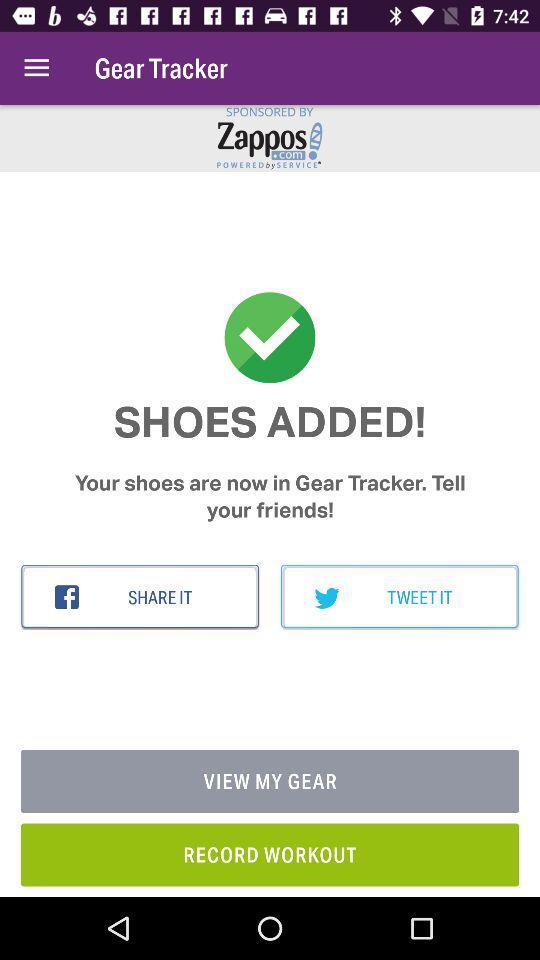 This screenshot has width=540, height=960. I want to click on the record workout, so click(270, 853).